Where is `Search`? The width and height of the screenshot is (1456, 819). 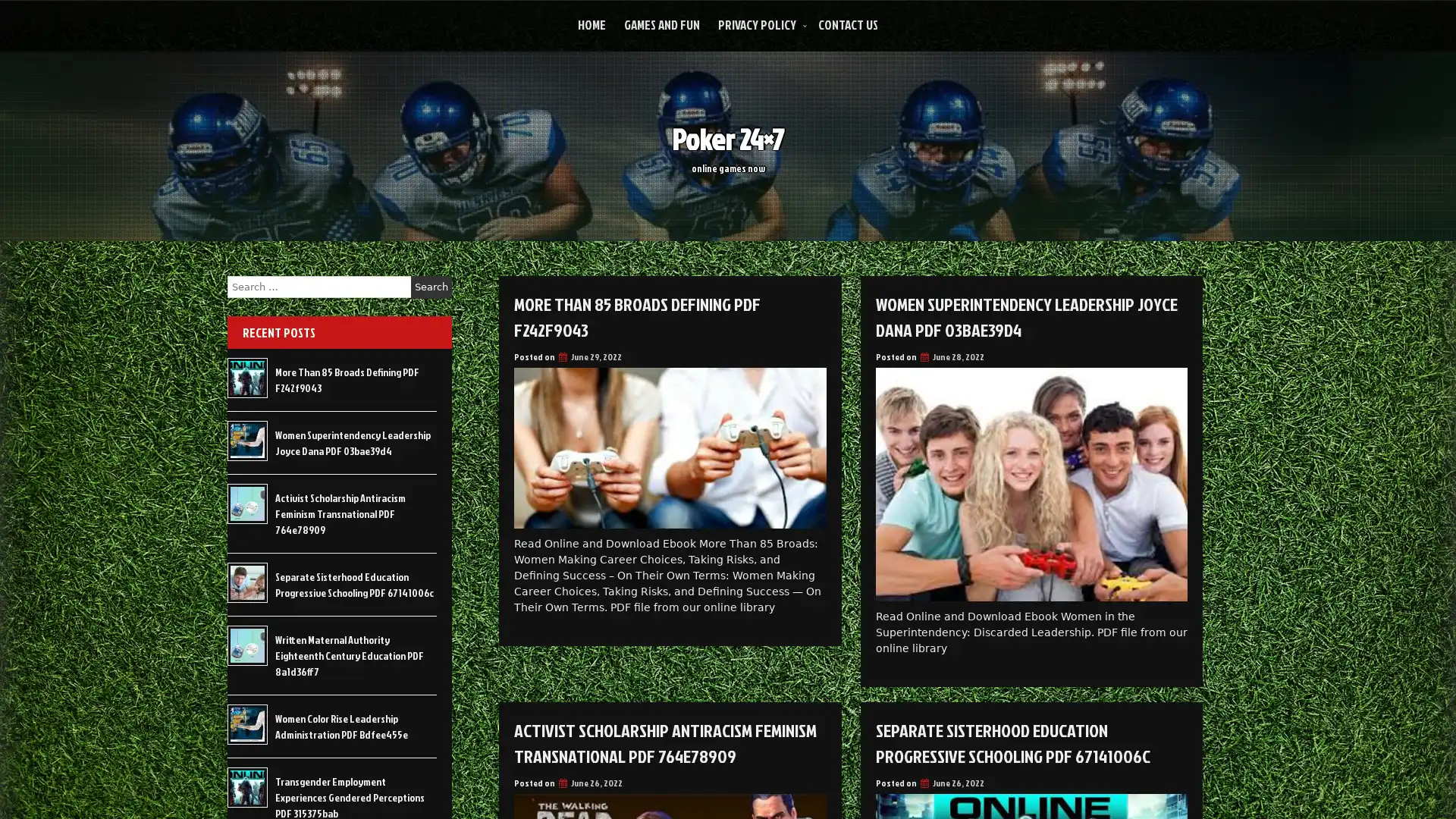
Search is located at coordinates (431, 287).